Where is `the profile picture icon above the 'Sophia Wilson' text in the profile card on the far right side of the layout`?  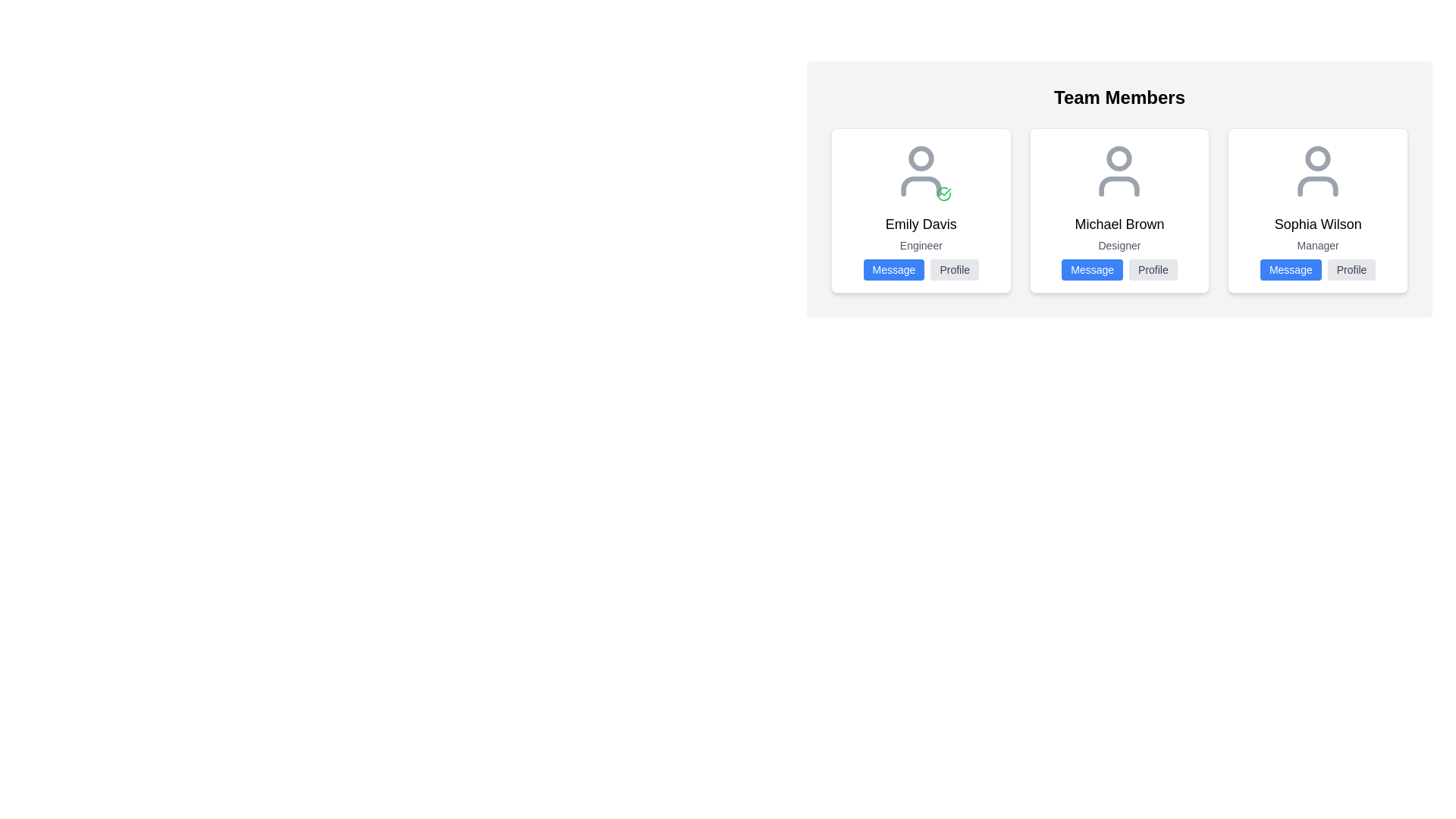 the profile picture icon above the 'Sophia Wilson' text in the profile card on the far right side of the layout is located at coordinates (1317, 158).